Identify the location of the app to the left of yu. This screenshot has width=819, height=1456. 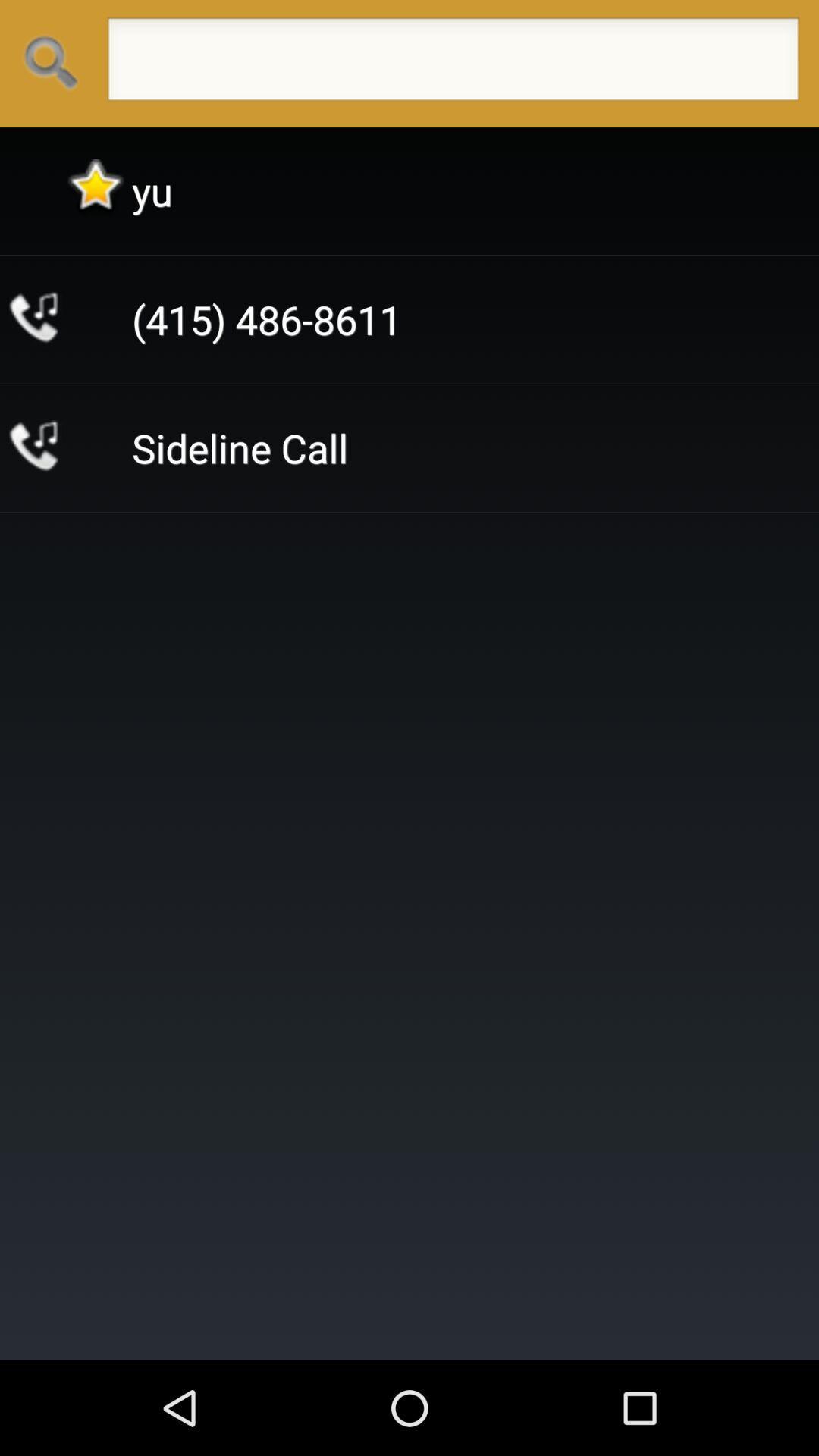
(96, 190).